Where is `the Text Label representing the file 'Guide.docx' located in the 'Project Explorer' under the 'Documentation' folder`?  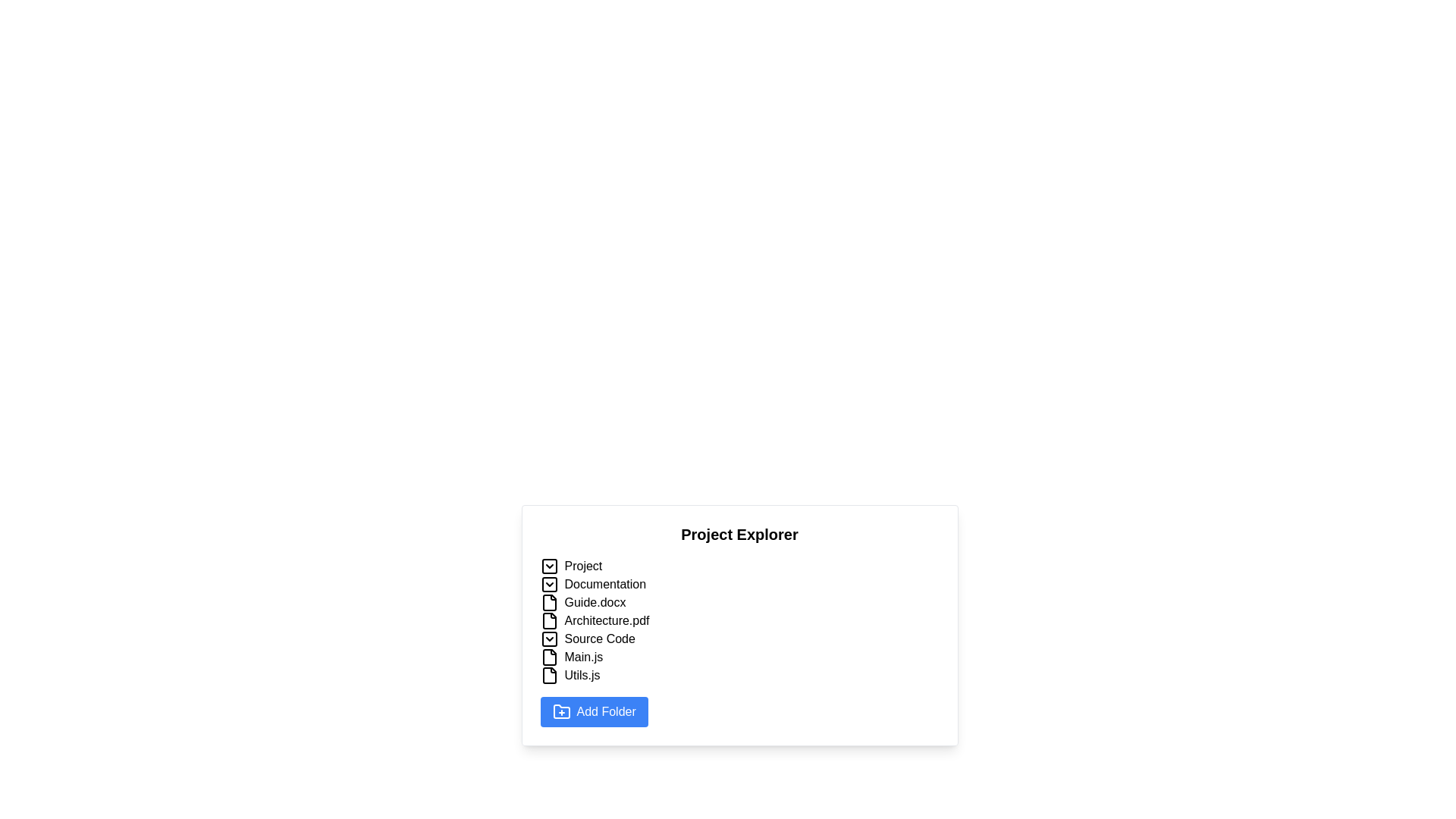 the Text Label representing the file 'Guide.docx' located in the 'Project Explorer' under the 'Documentation' folder is located at coordinates (594, 601).